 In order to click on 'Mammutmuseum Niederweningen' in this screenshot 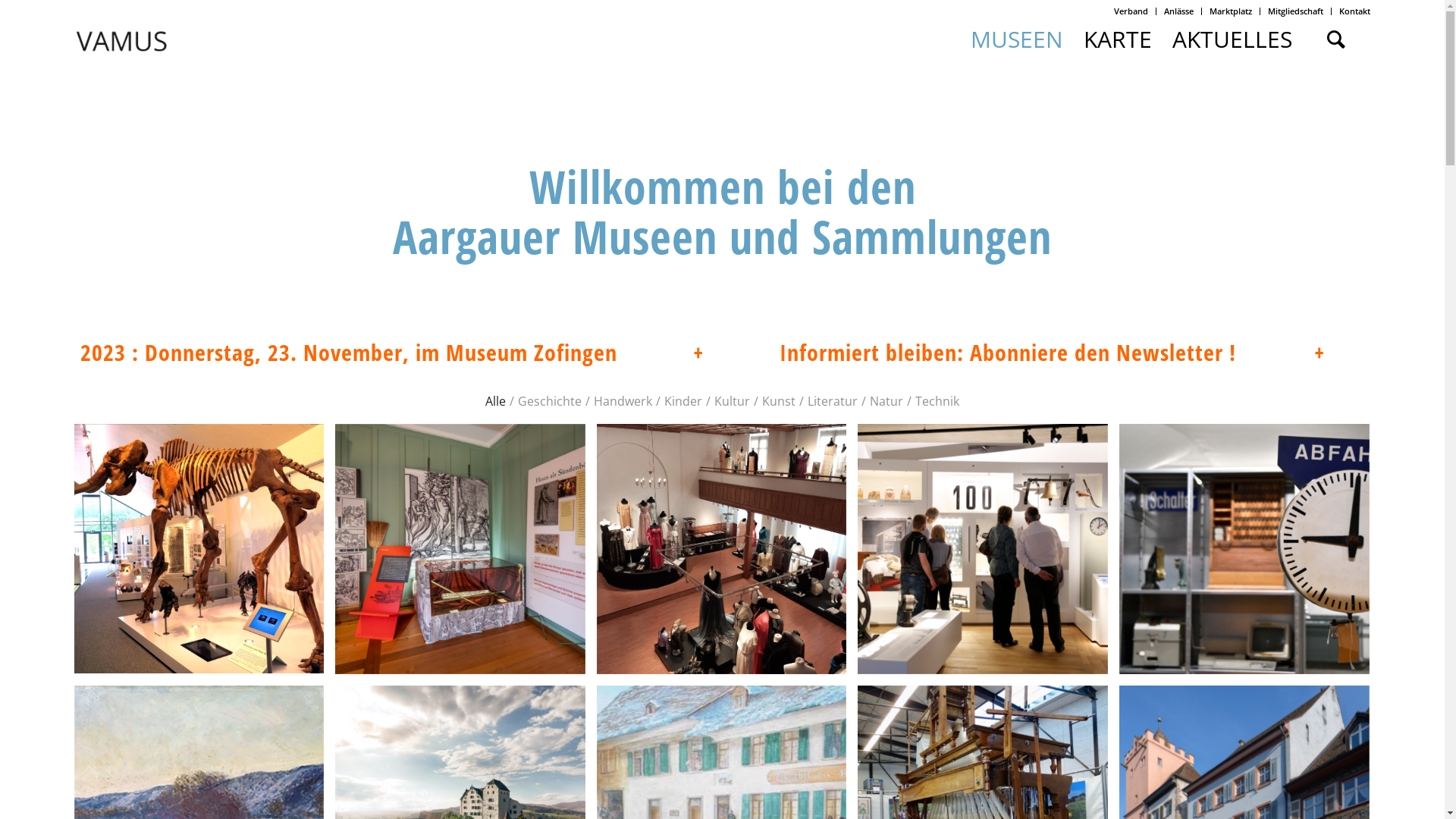, I will do `click(204, 551)`.